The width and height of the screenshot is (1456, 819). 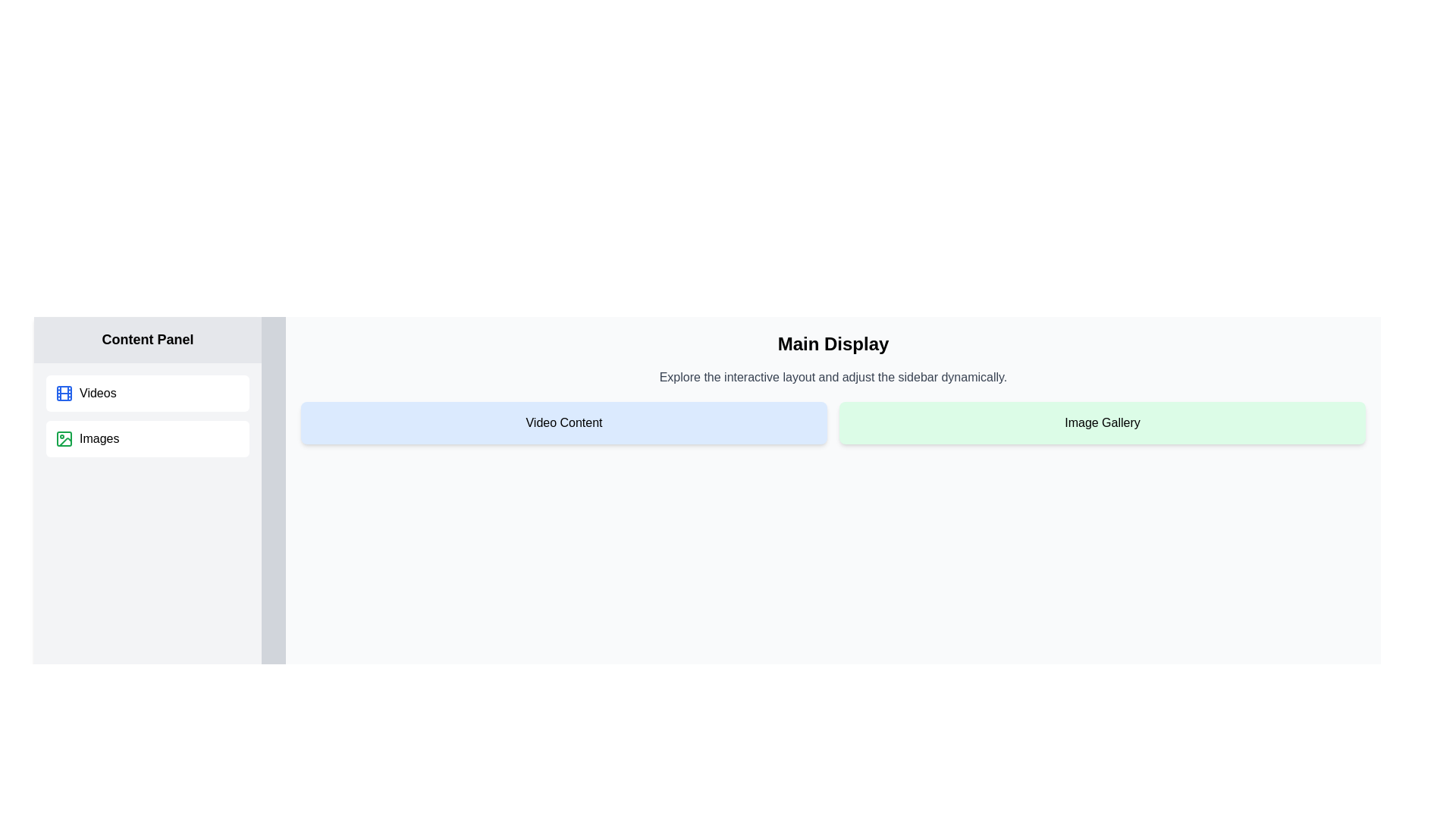 I want to click on the first navigation item in the 'Content Panel' sidebar, so click(x=148, y=393).